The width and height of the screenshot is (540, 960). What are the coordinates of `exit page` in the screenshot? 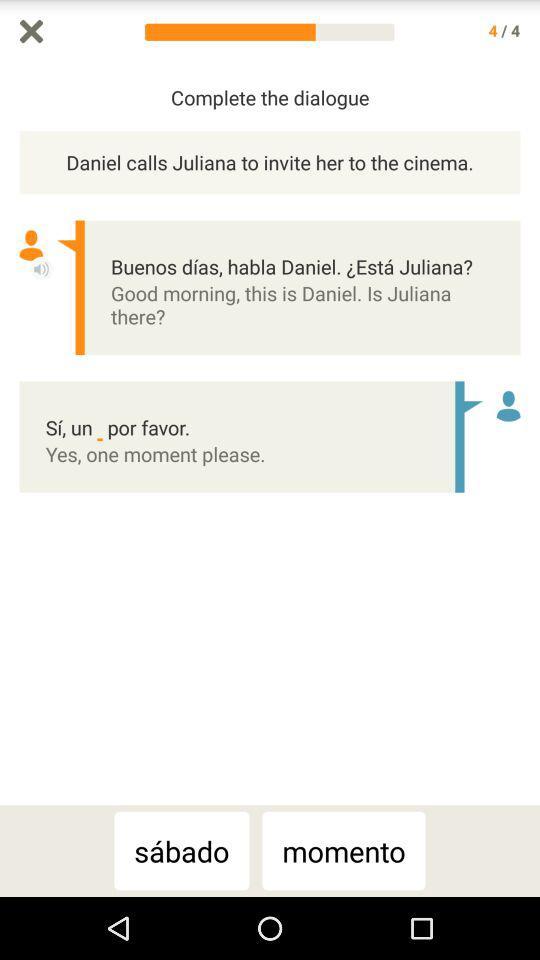 It's located at (30, 30).